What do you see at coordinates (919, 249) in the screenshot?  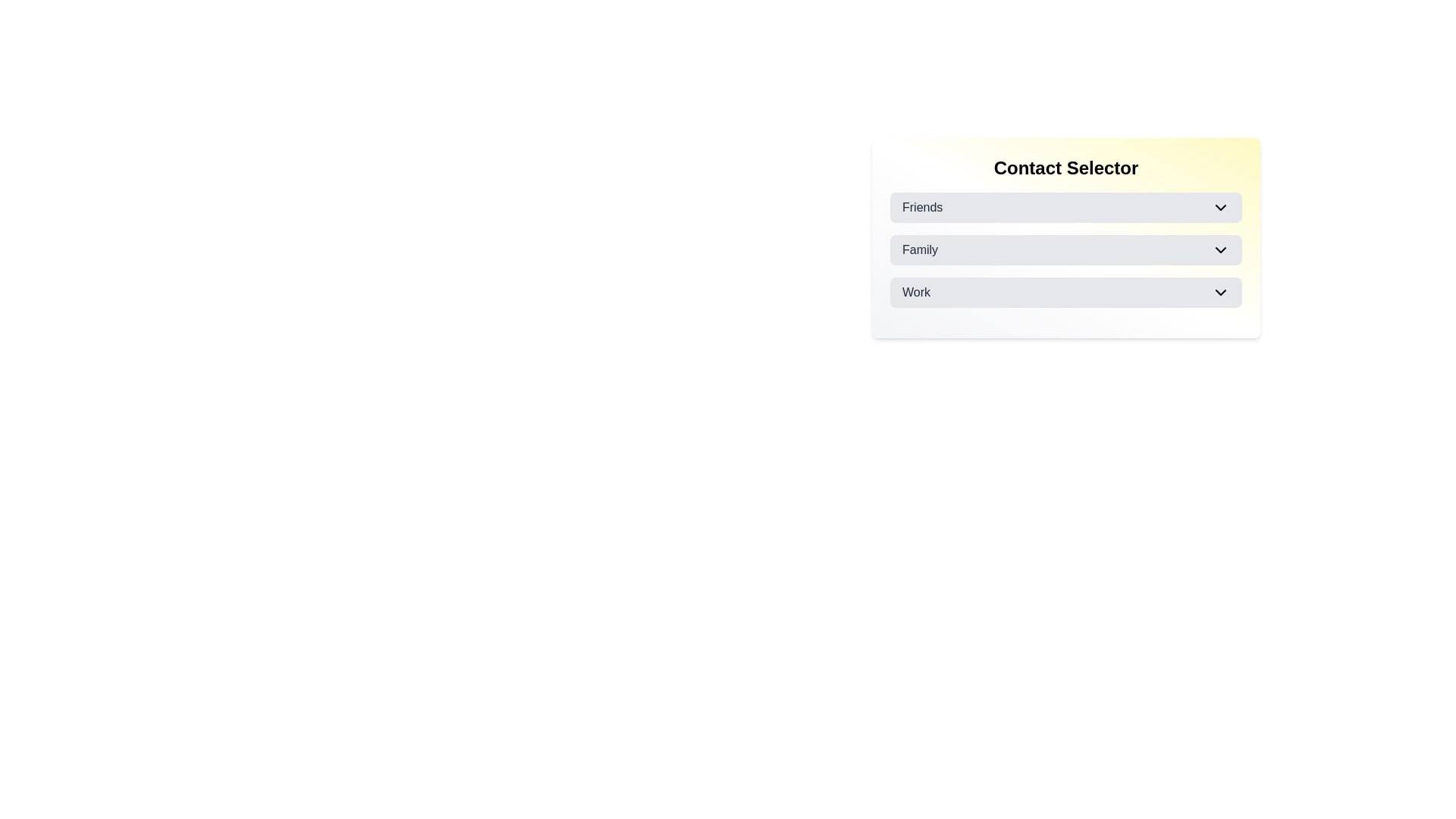 I see `the text label displaying the word 'Family' in medium-weight, gray-colored font located in the second item slot of a vertical list in a dropdown interface` at bounding box center [919, 249].